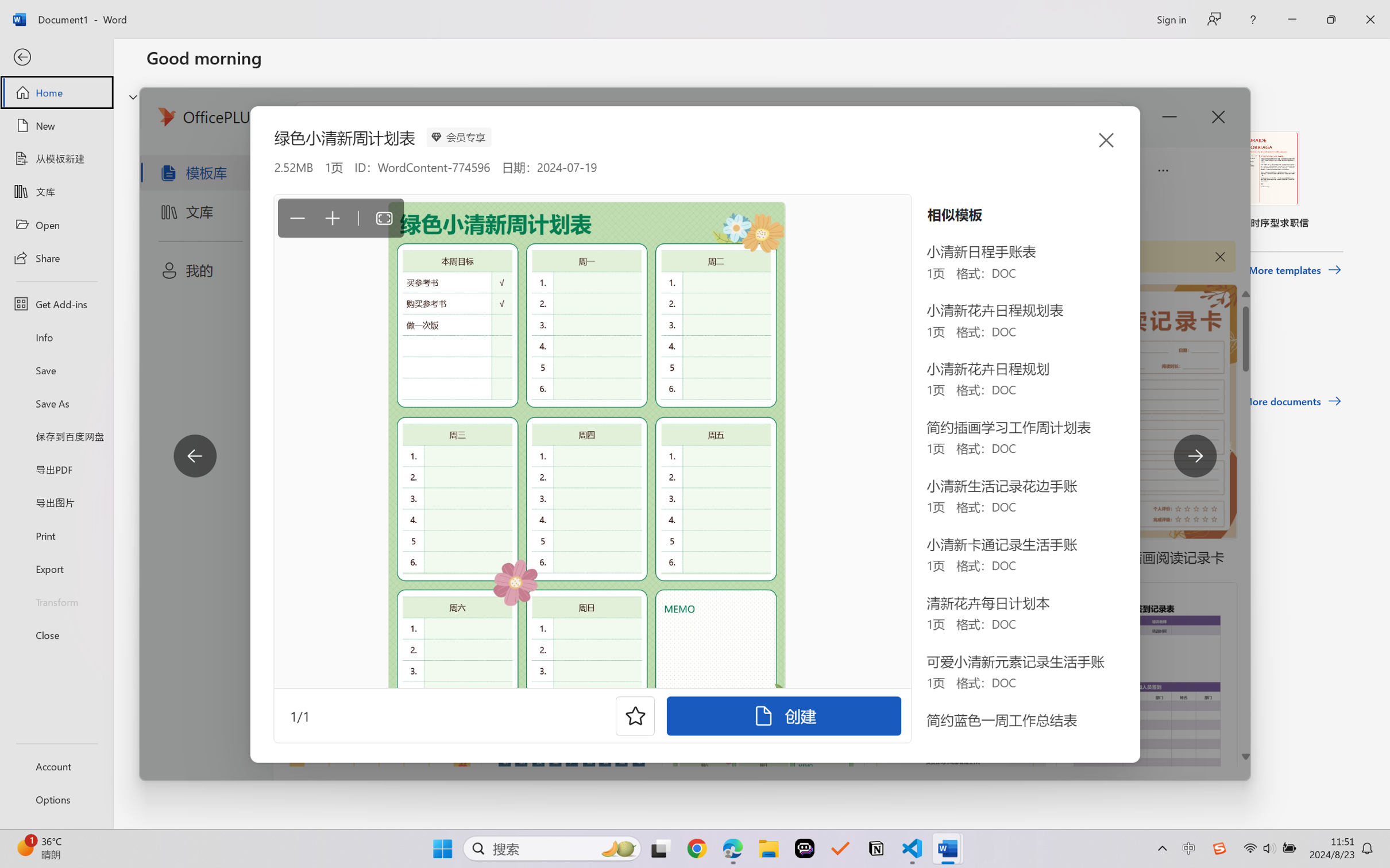  Describe the element at coordinates (56, 766) in the screenshot. I see `'Account'` at that location.